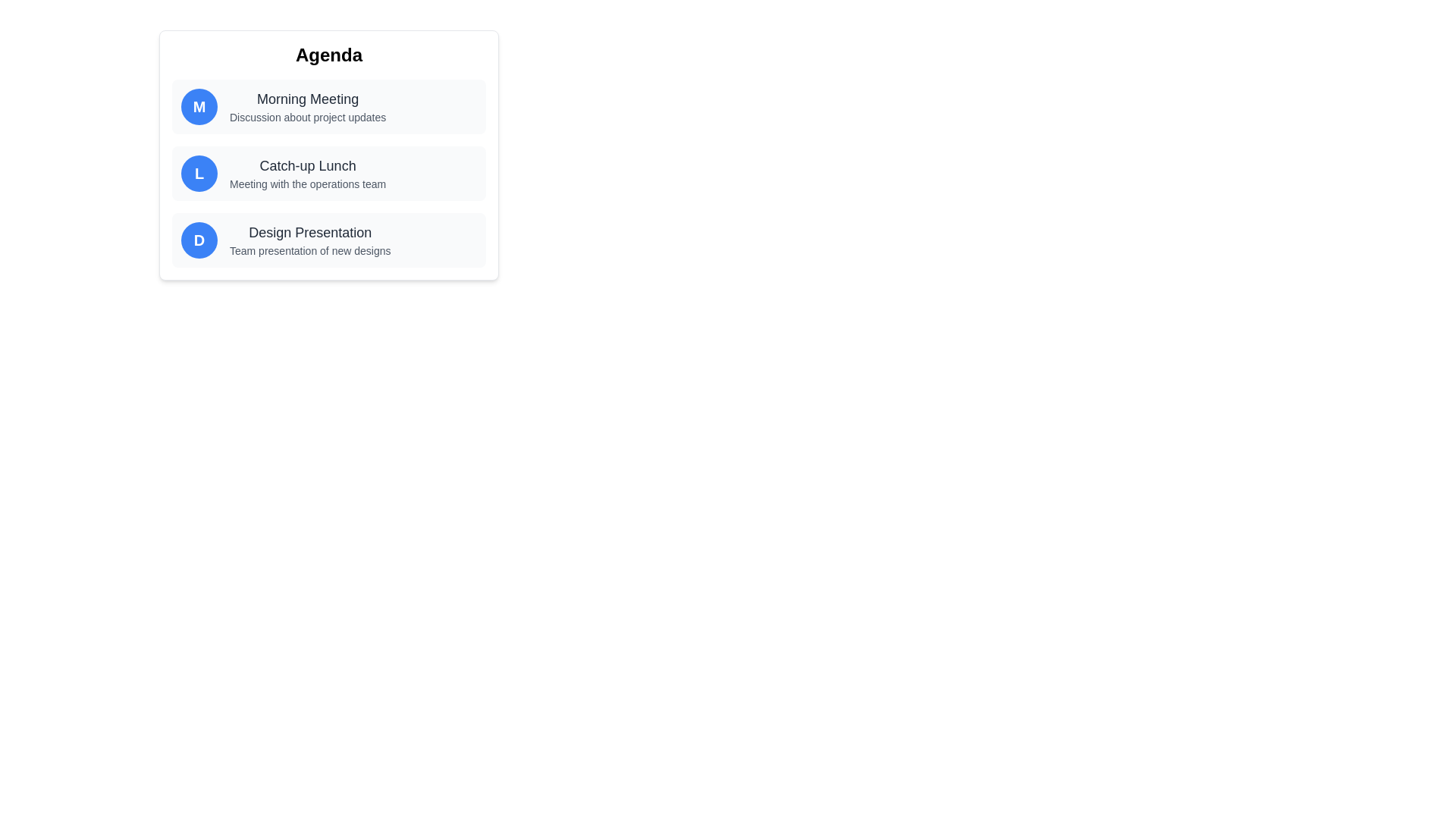 This screenshot has height=819, width=1456. I want to click on the first item in the 'Agenda' list, which is a rectangular card with a light gray background, featuring a blue circular badge with the letter 'M' and the text 'Morning Meeting' and 'Discussion about project updates.', so click(328, 106).